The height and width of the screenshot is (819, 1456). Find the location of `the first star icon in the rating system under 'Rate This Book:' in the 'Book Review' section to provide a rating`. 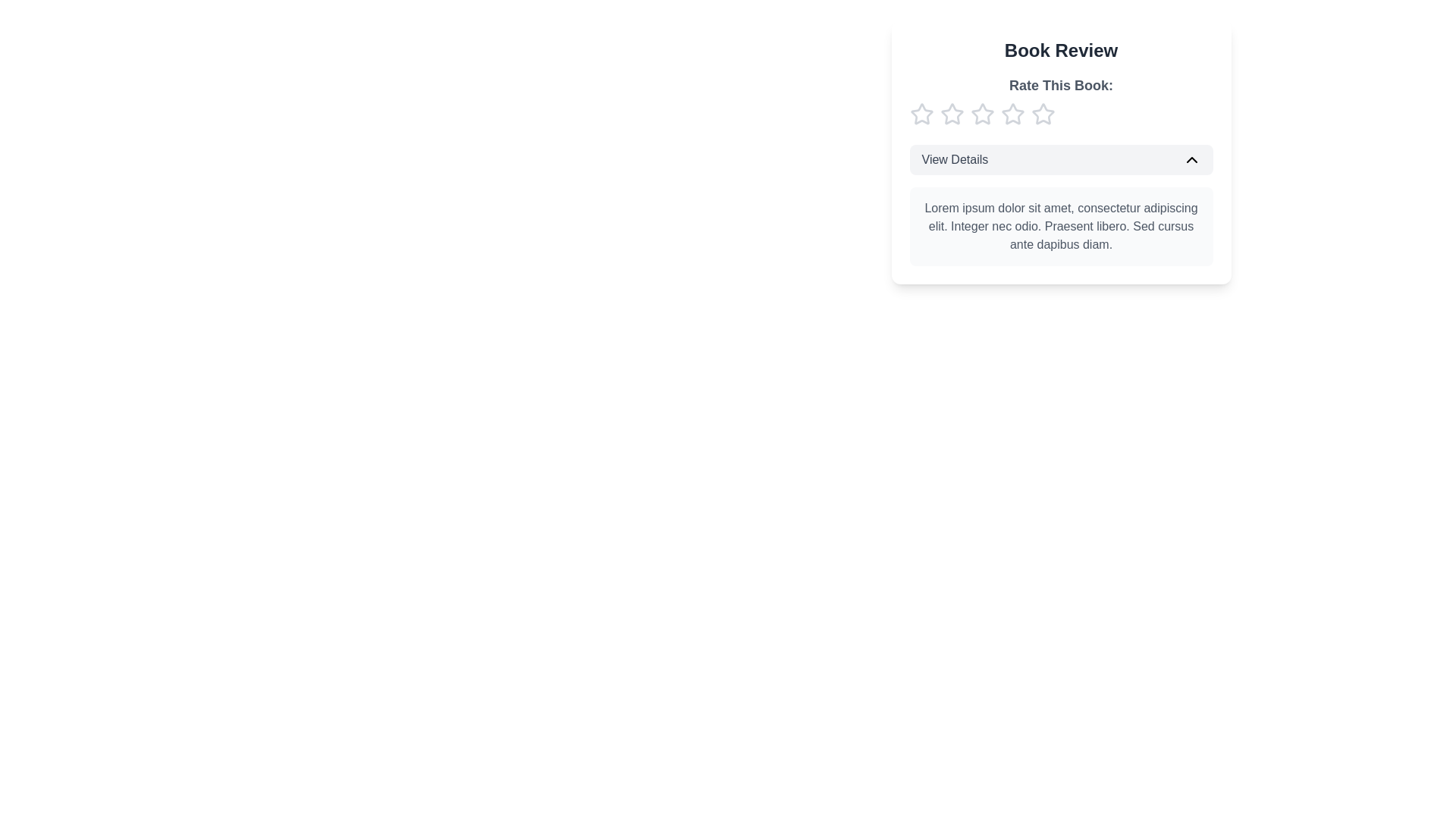

the first star icon in the rating system under 'Rate This Book:' in the 'Book Review' section to provide a rating is located at coordinates (921, 113).